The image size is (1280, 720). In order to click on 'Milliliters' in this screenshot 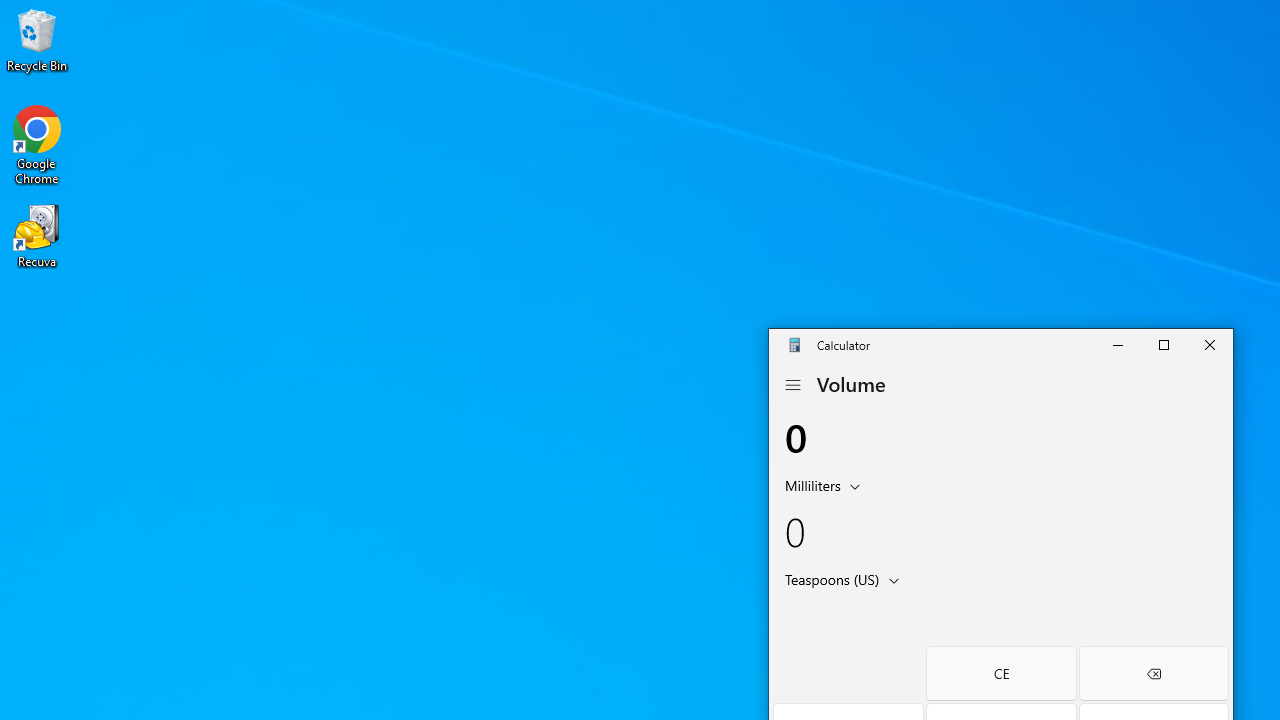, I will do `click(810, 484)`.